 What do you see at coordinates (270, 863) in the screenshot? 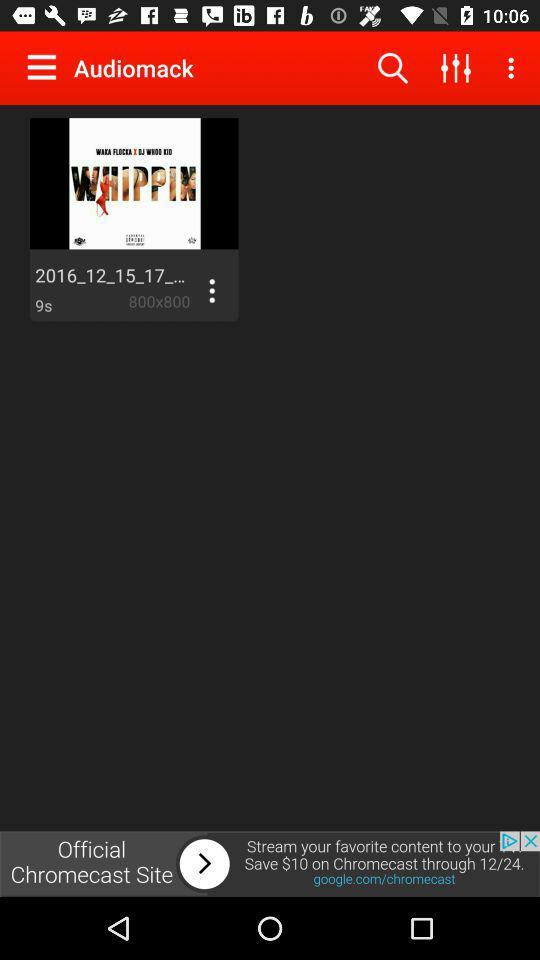
I see `open advertisement` at bounding box center [270, 863].